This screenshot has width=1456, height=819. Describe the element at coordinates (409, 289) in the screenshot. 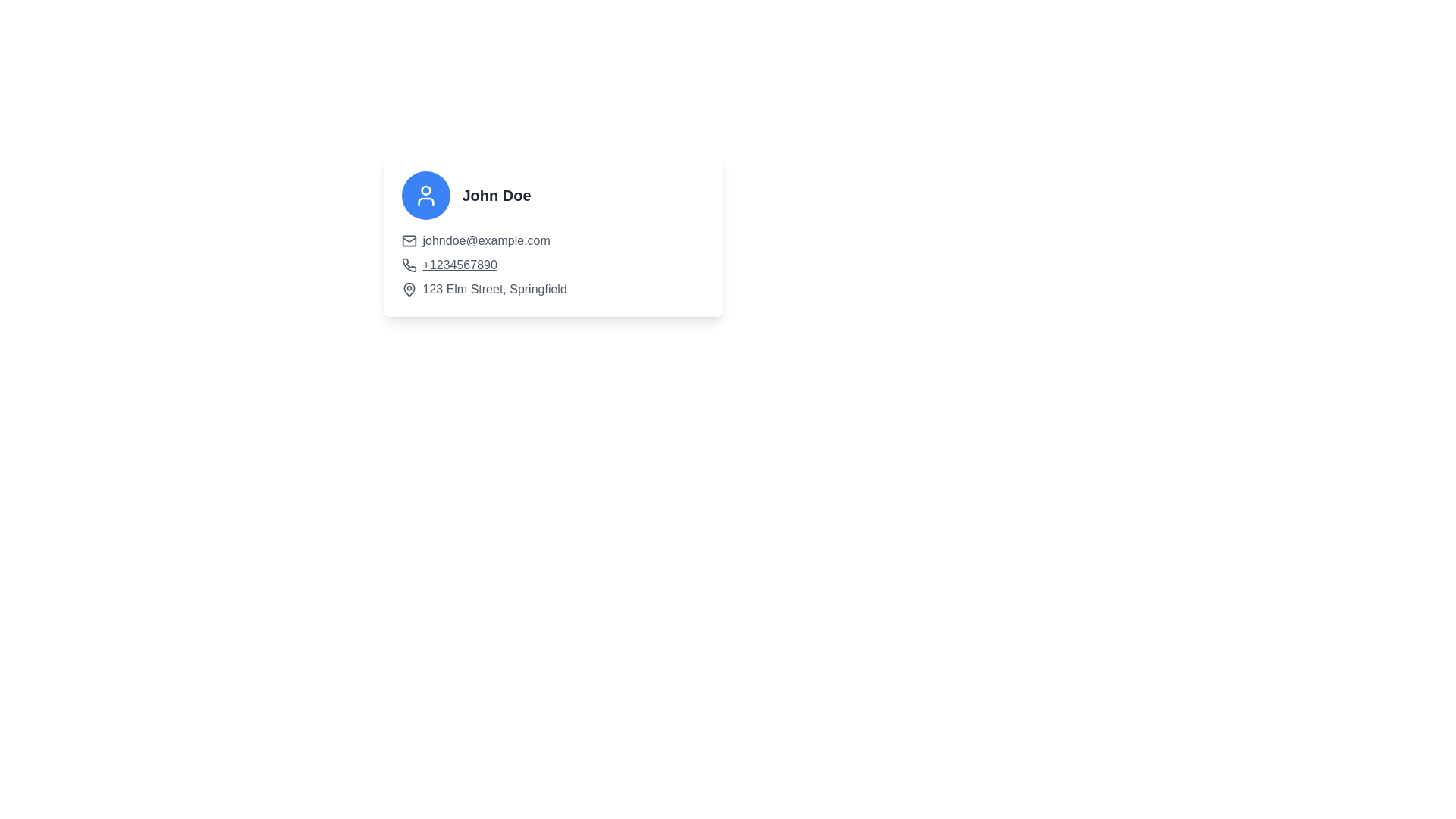

I see `the pin-shaped icon that visually represents the address '123 Elm Street, Springfield', located in the lower section of the card interface` at that location.